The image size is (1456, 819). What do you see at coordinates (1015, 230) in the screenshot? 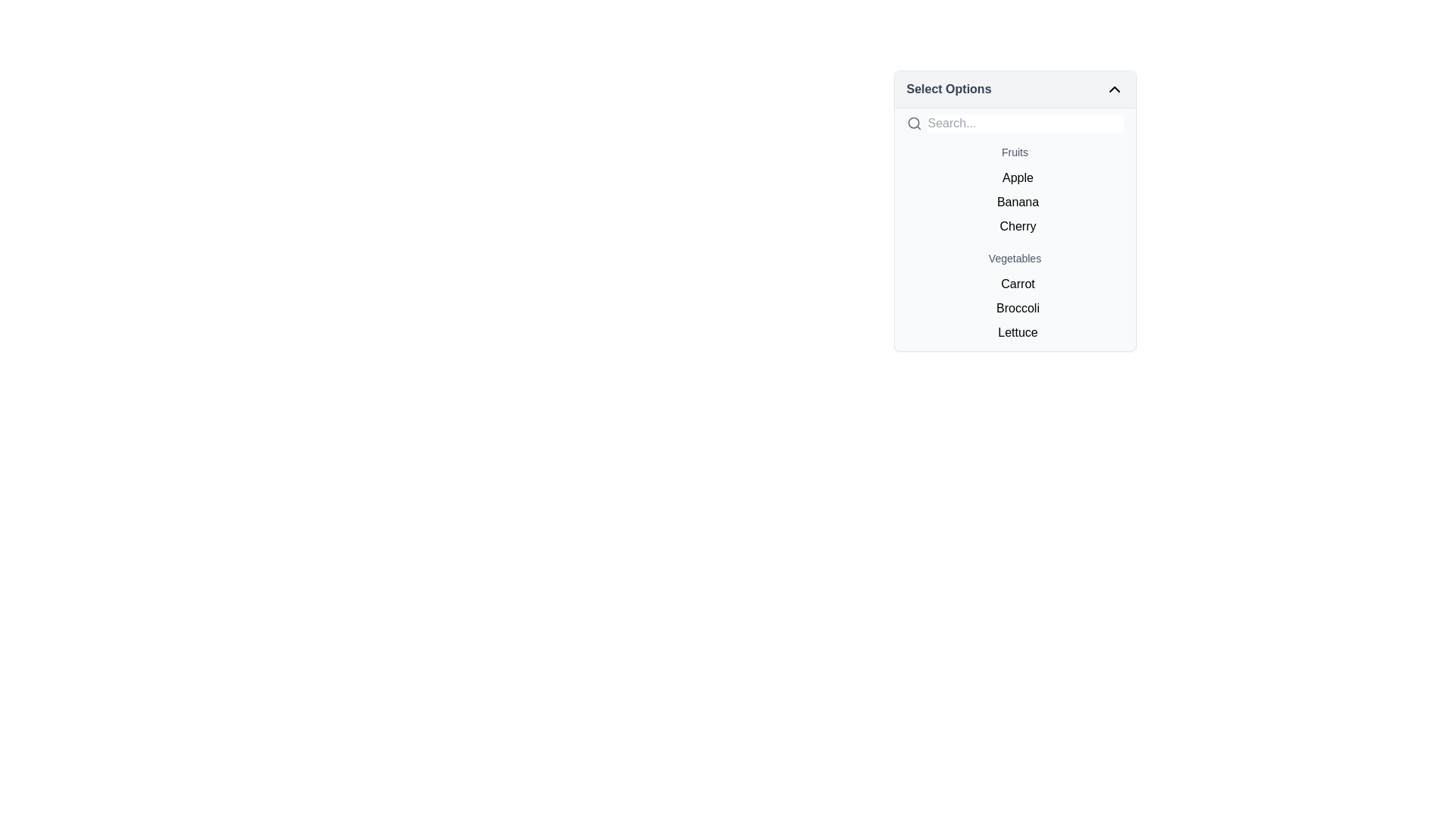
I see `the text-based selectable item labeled 'Cherry' located as the third item under the 'Fruits' section` at bounding box center [1015, 230].